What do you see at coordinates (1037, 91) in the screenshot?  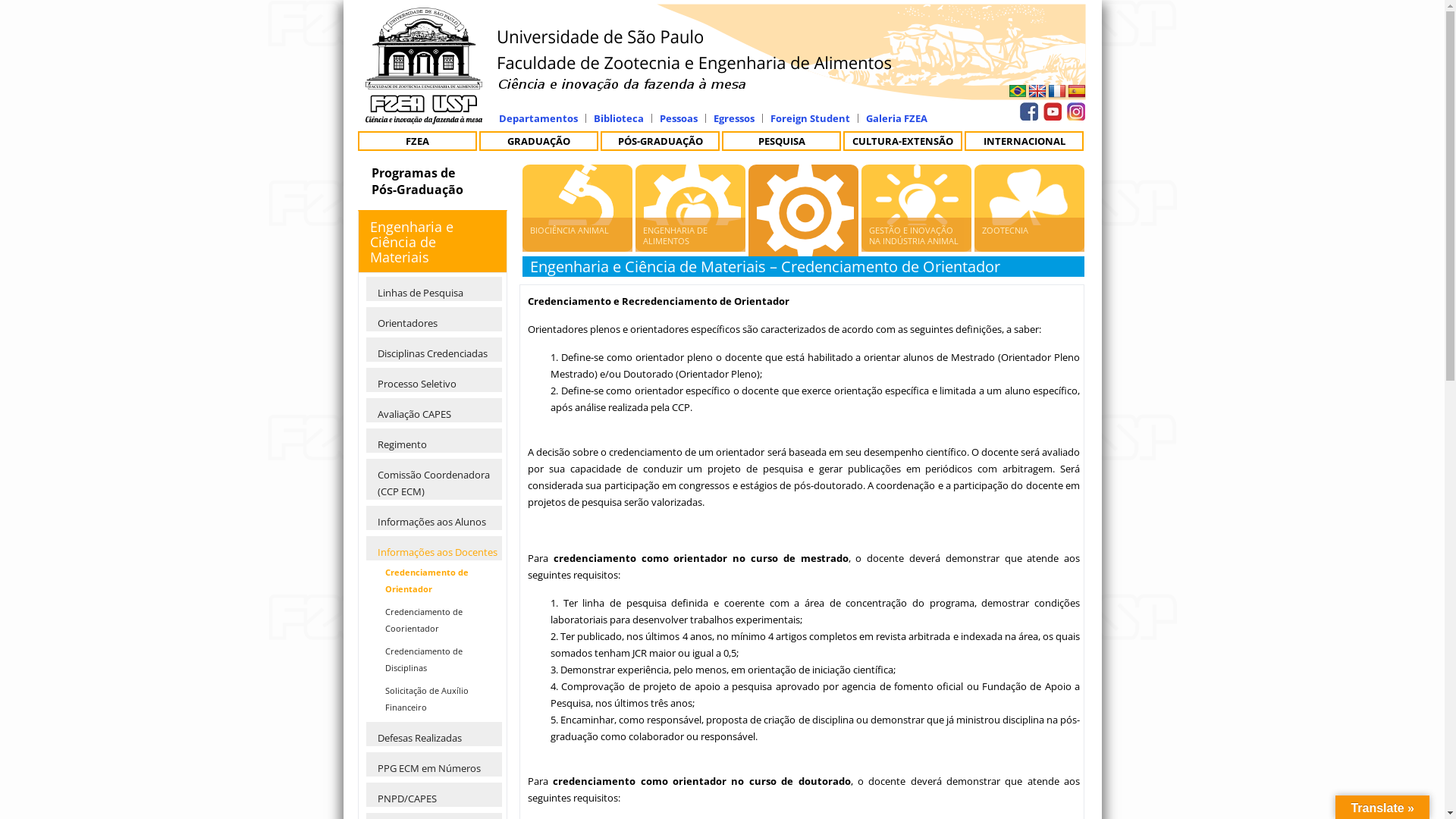 I see `' '` at bounding box center [1037, 91].